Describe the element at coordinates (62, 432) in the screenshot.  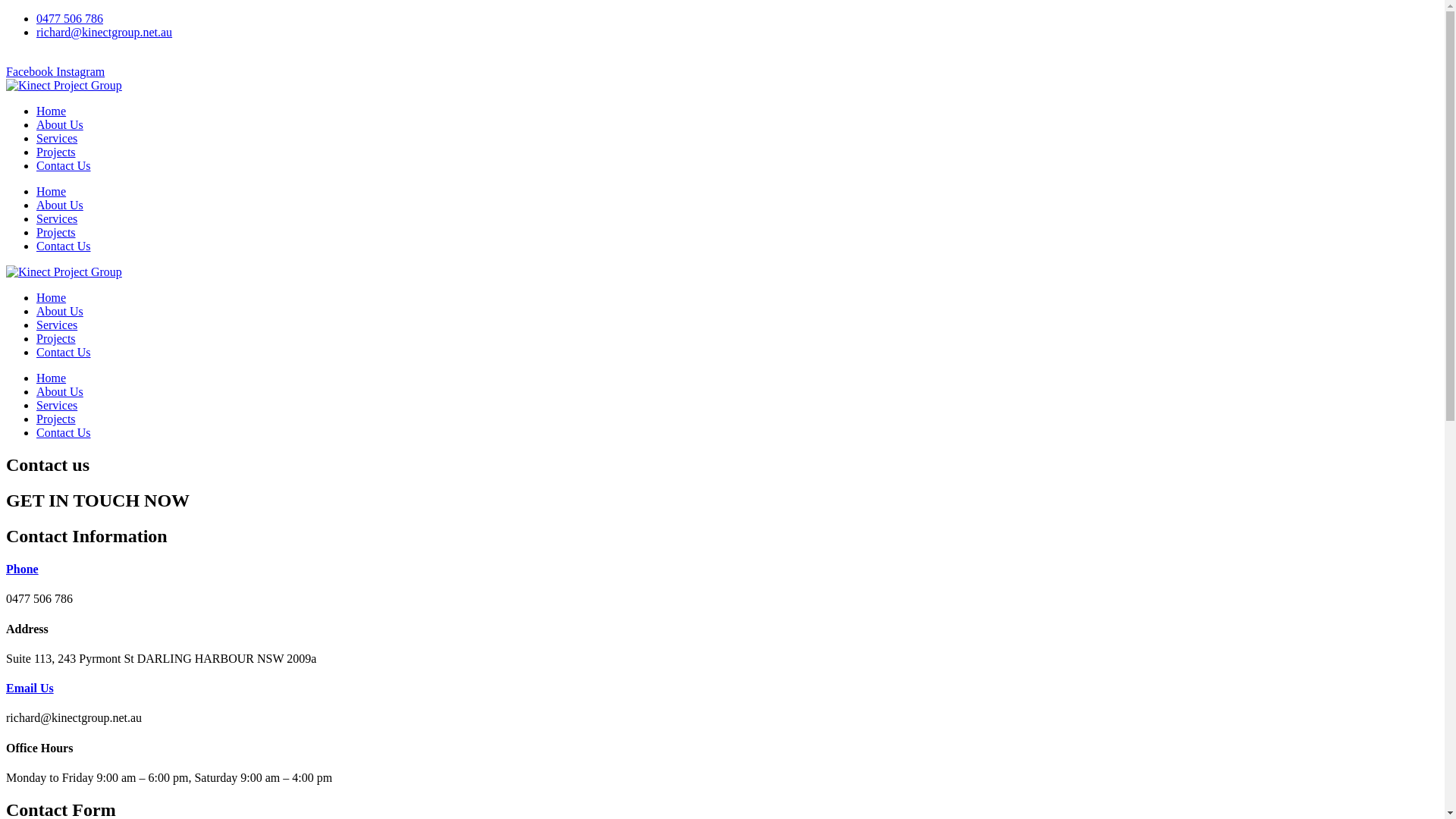
I see `'Contact Us'` at that location.